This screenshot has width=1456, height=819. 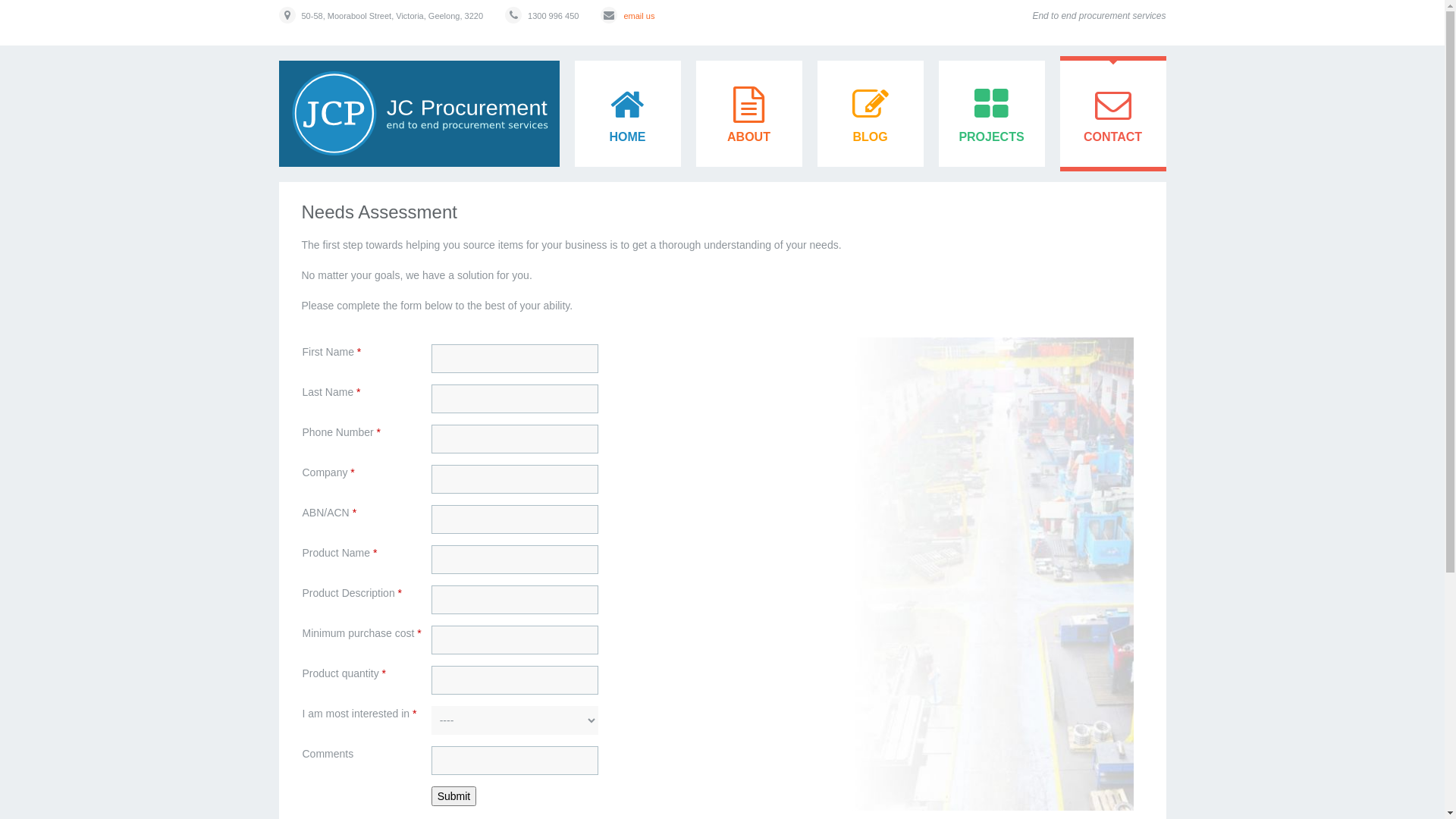 I want to click on 'HOME', so click(x=628, y=113).